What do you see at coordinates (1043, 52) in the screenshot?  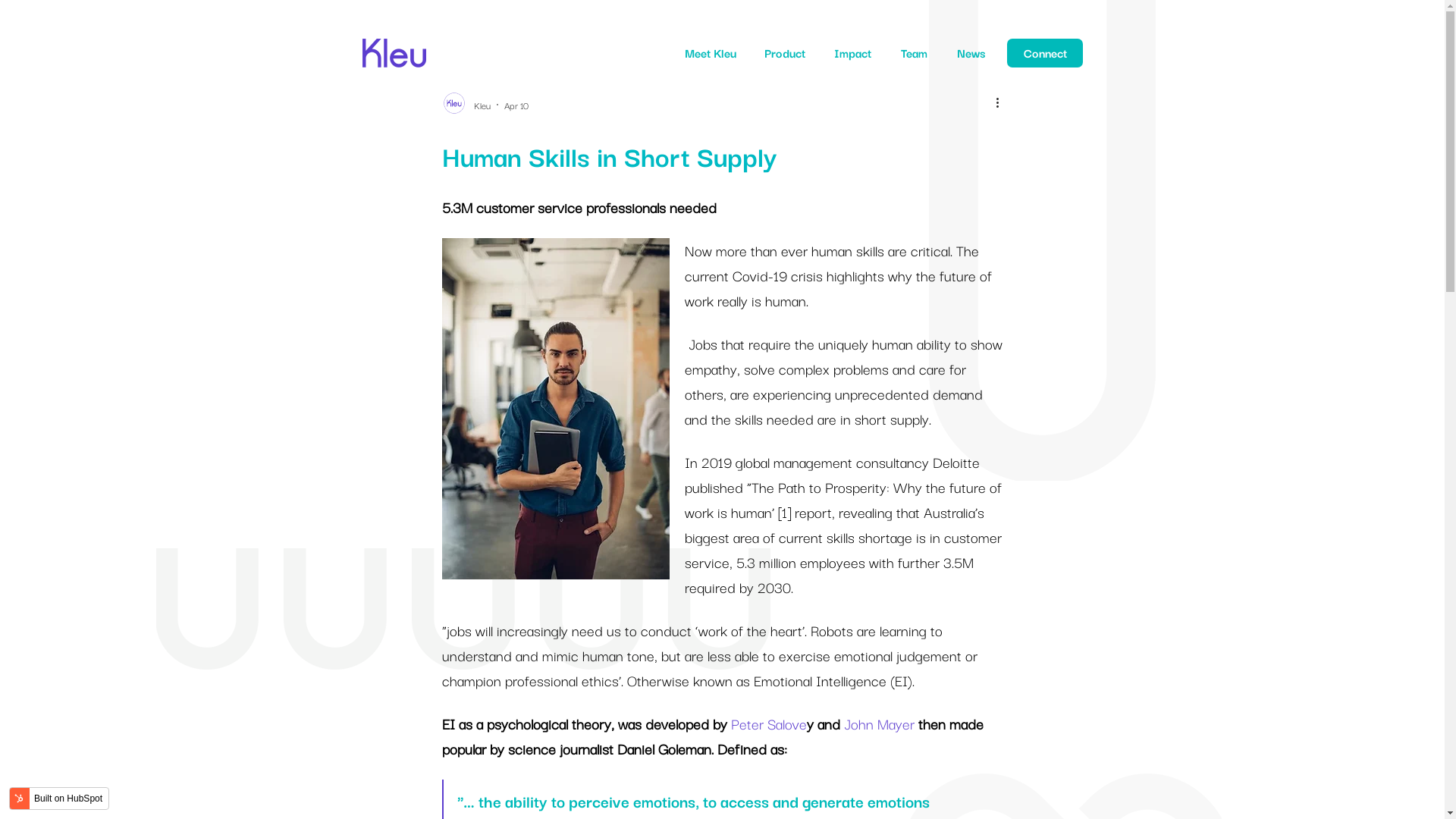 I see `'Connect'` at bounding box center [1043, 52].